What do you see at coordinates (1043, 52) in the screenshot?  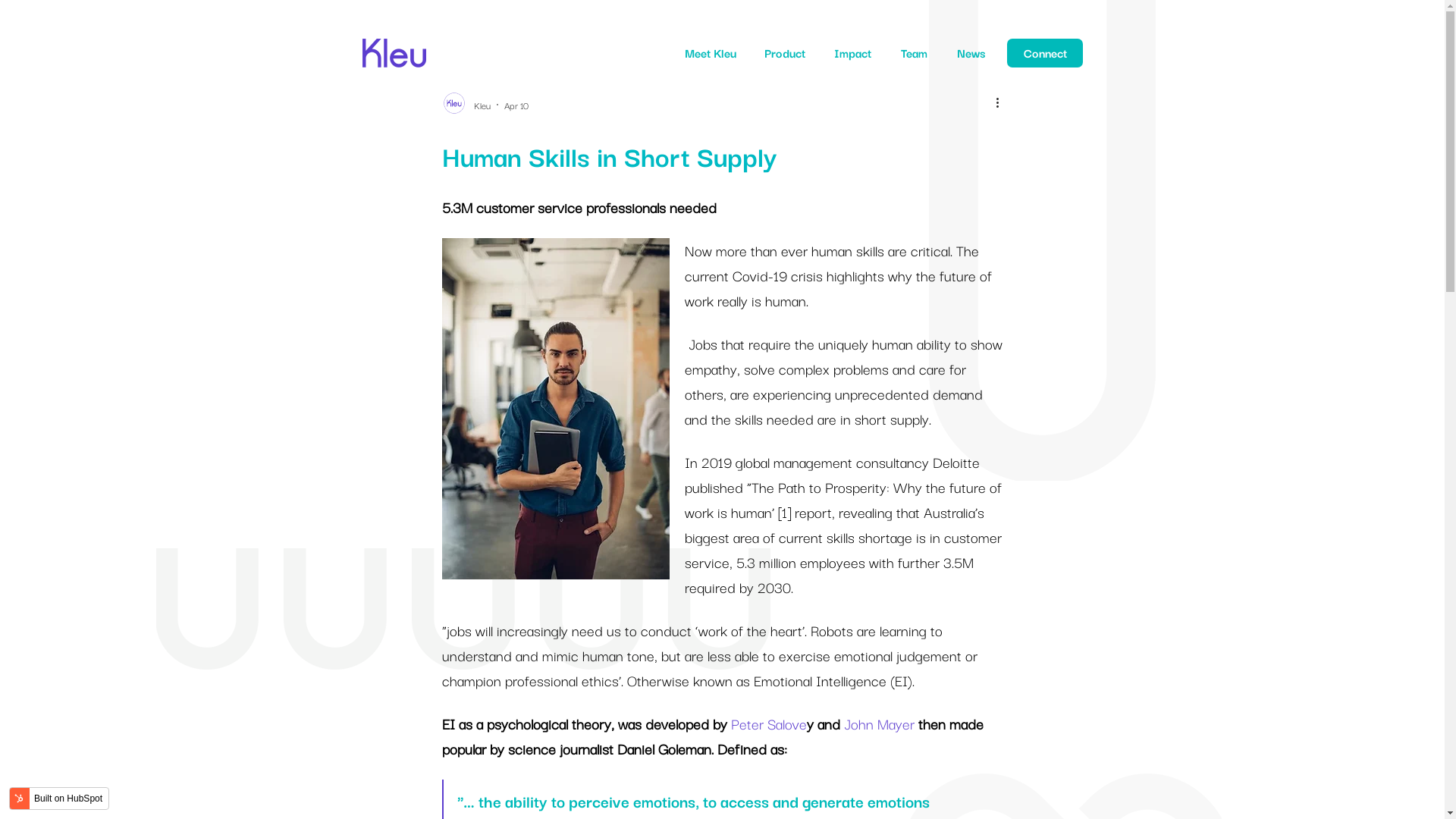 I see `'Connect'` at bounding box center [1043, 52].